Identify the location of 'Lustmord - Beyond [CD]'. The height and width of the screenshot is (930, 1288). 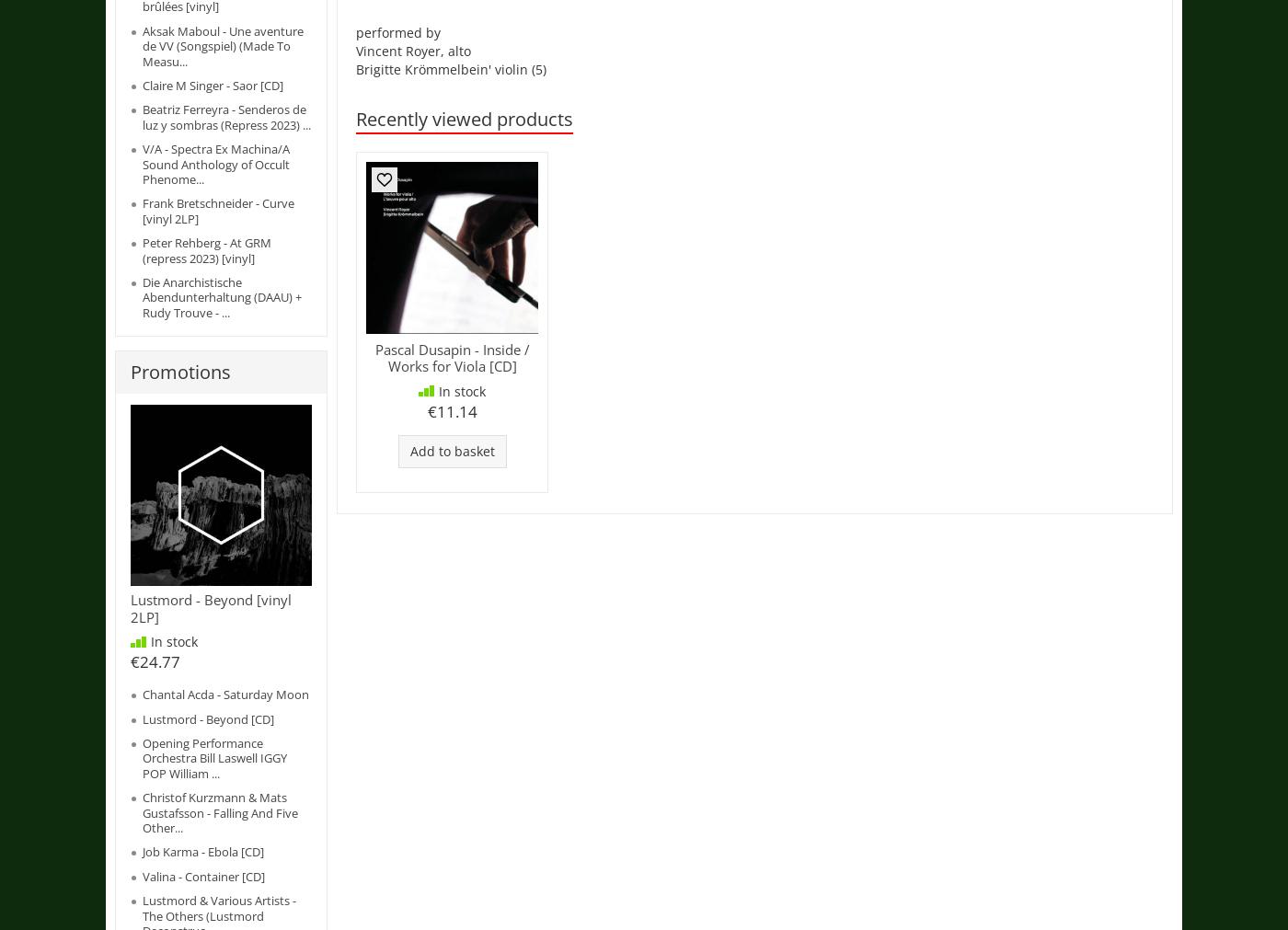
(208, 717).